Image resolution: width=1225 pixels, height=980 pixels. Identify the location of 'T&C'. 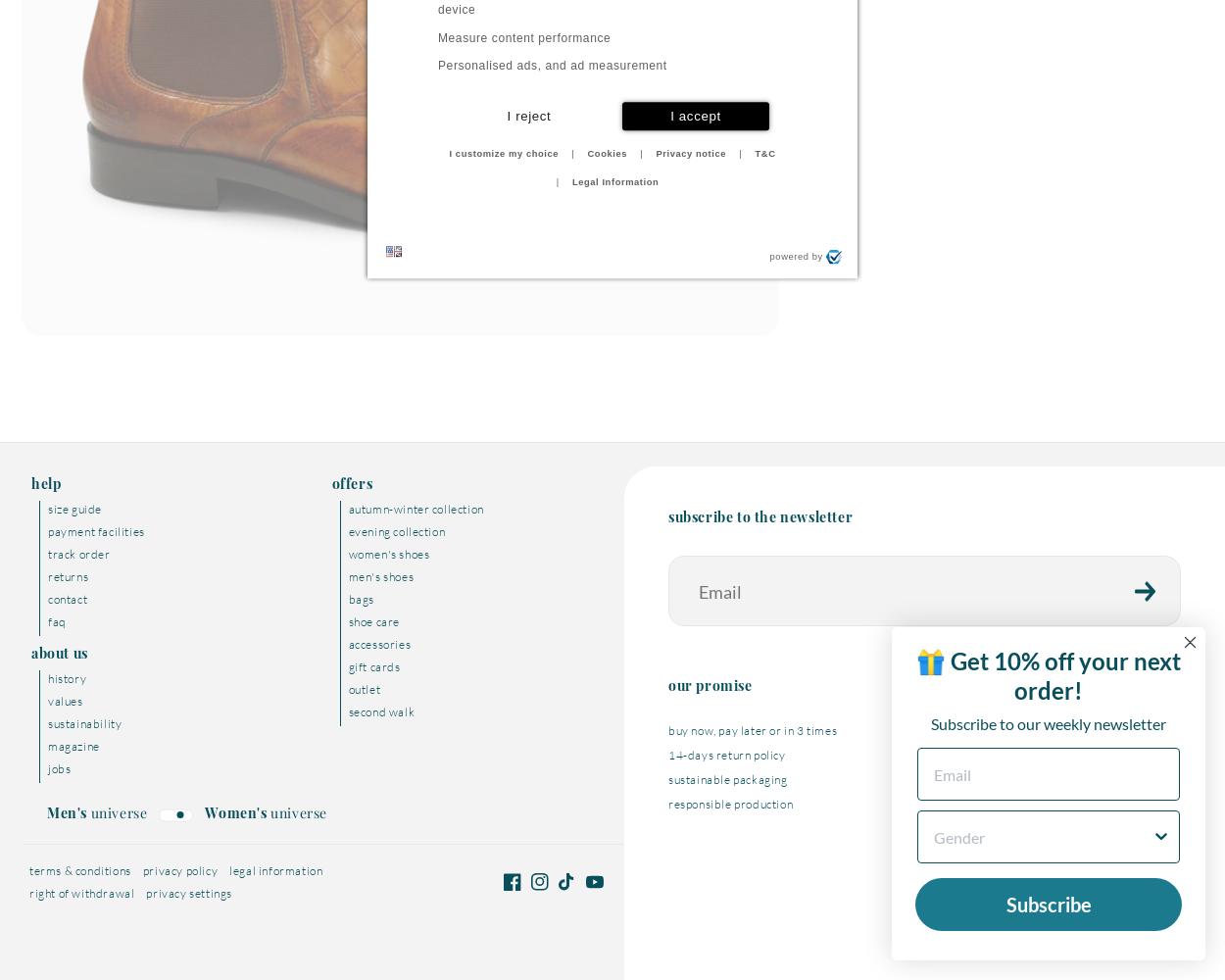
(764, 154).